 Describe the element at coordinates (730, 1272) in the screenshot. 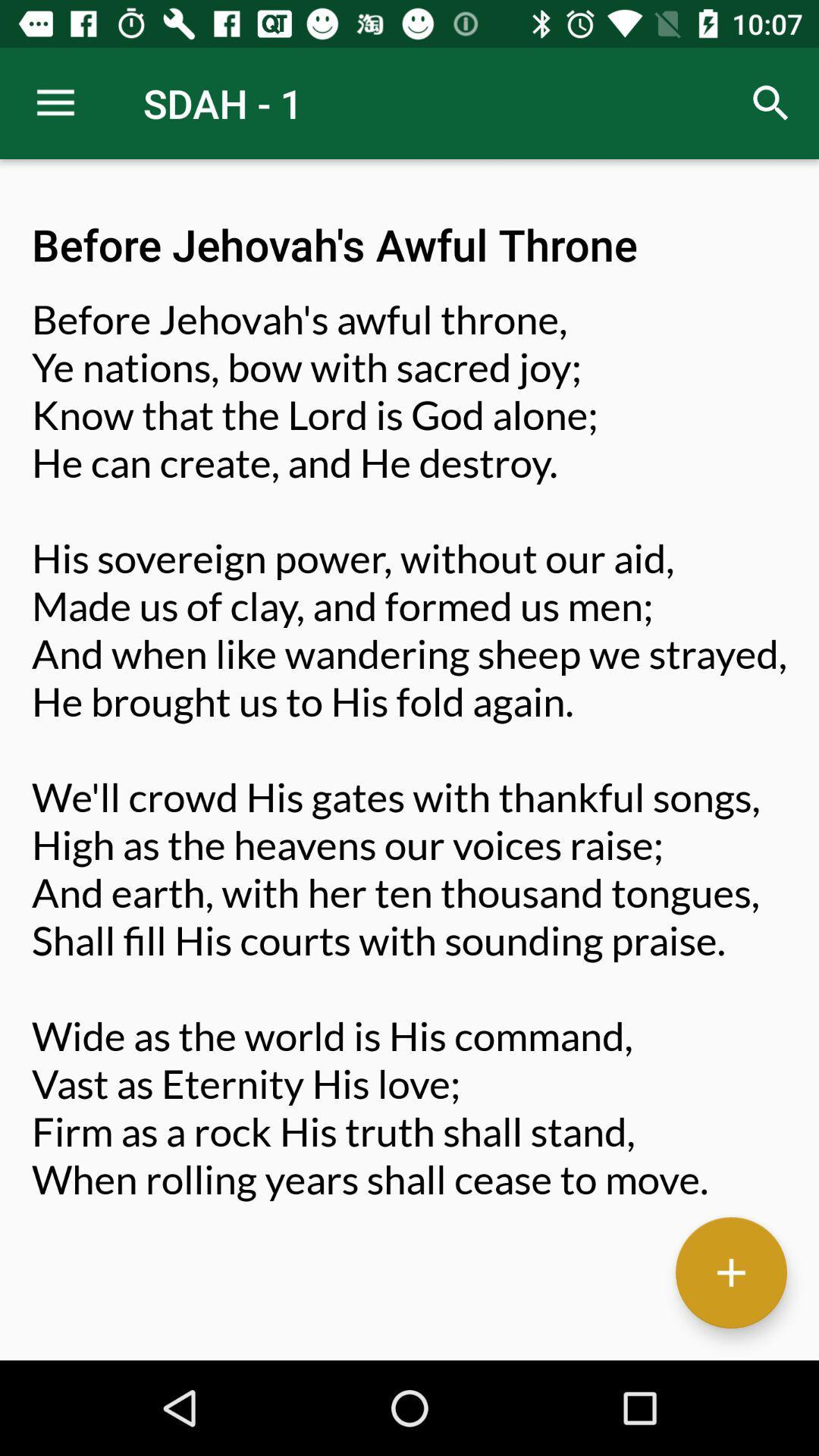

I see `button` at that location.